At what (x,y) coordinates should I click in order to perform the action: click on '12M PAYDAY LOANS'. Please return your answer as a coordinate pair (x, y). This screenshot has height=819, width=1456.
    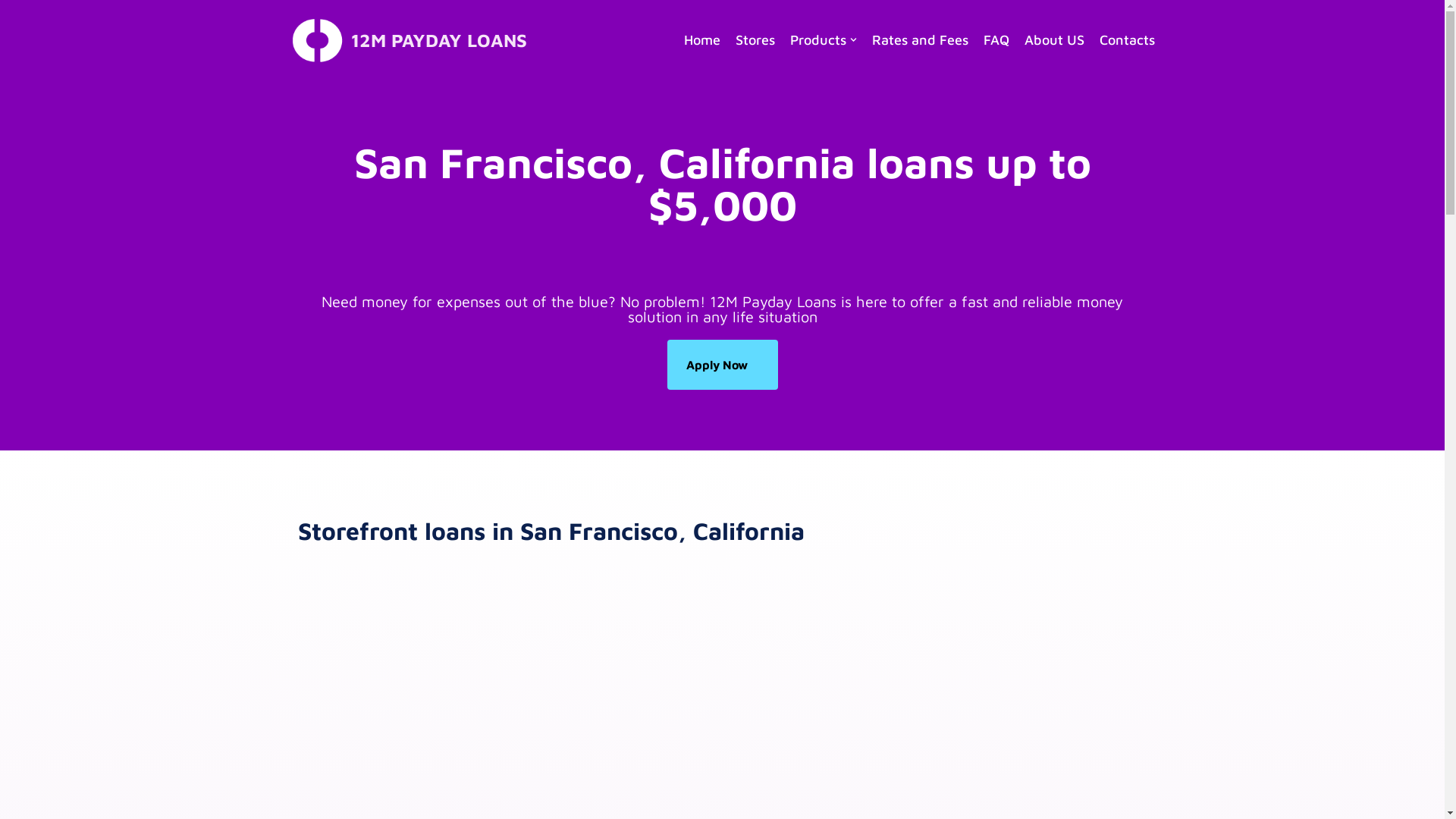
    Looking at the image, I should click on (407, 39).